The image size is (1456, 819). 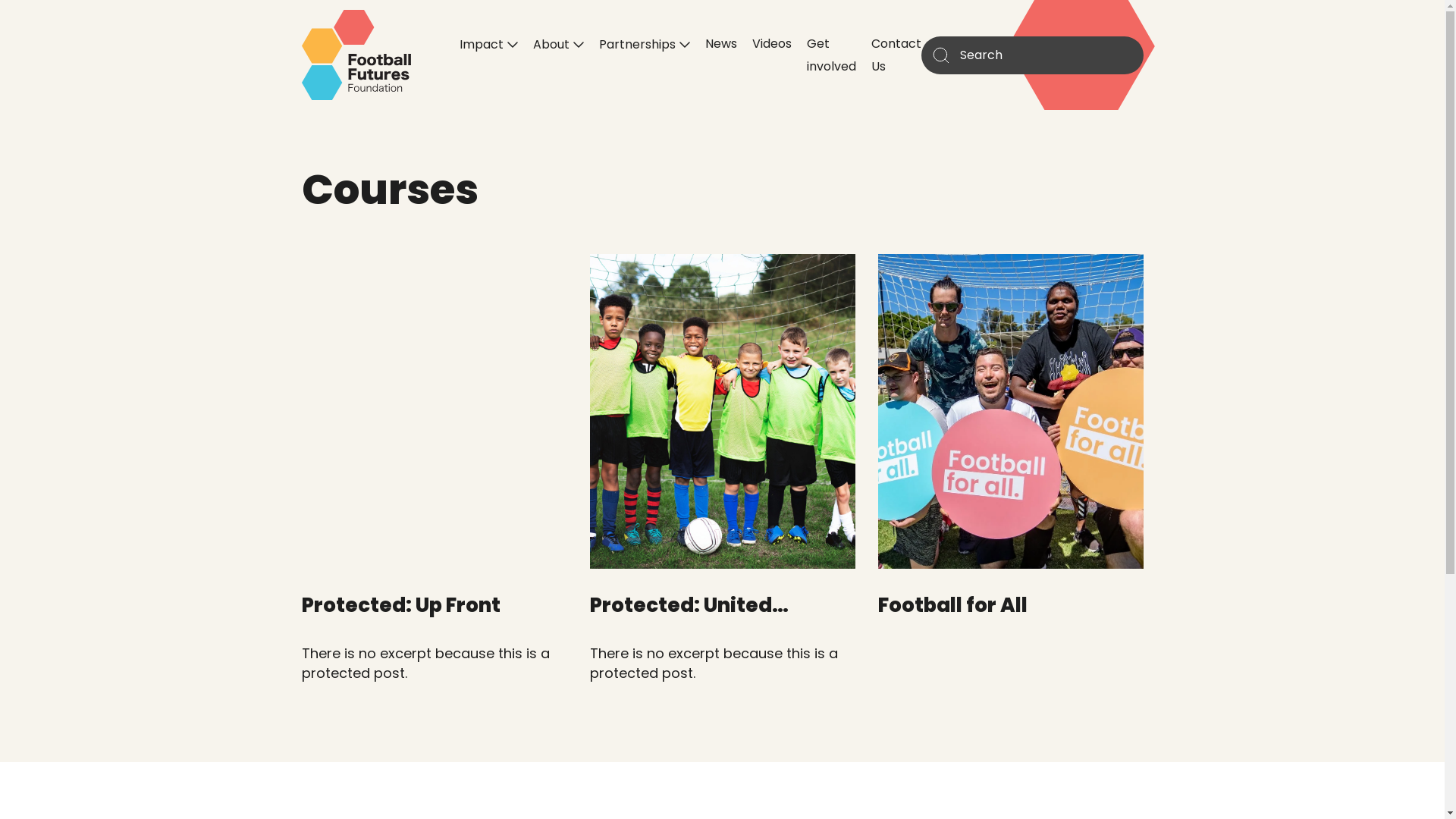 What do you see at coordinates (720, 42) in the screenshot?
I see `'News'` at bounding box center [720, 42].